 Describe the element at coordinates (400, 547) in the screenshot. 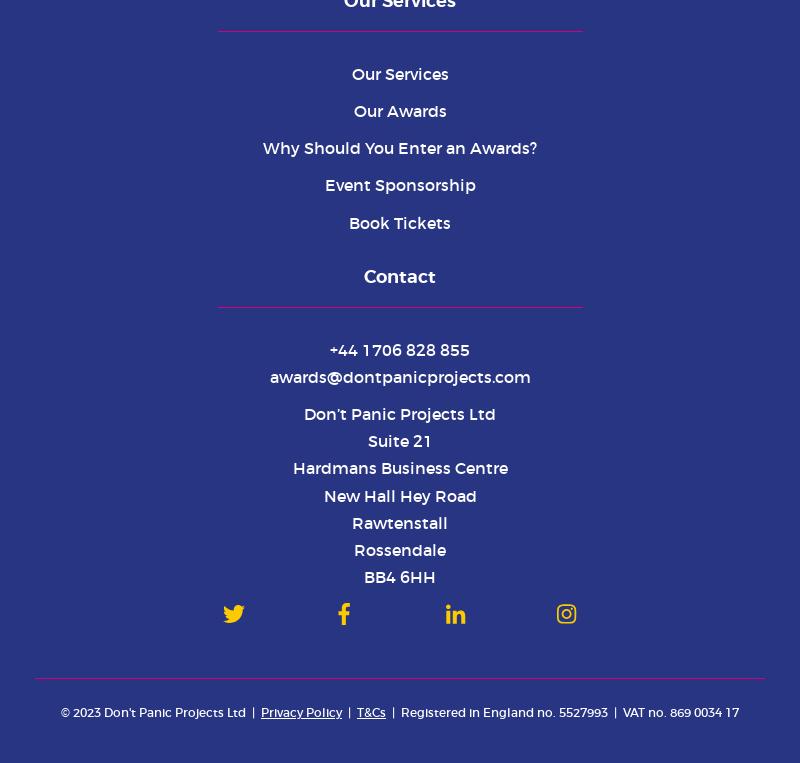

I see `'Rossendale'` at that location.